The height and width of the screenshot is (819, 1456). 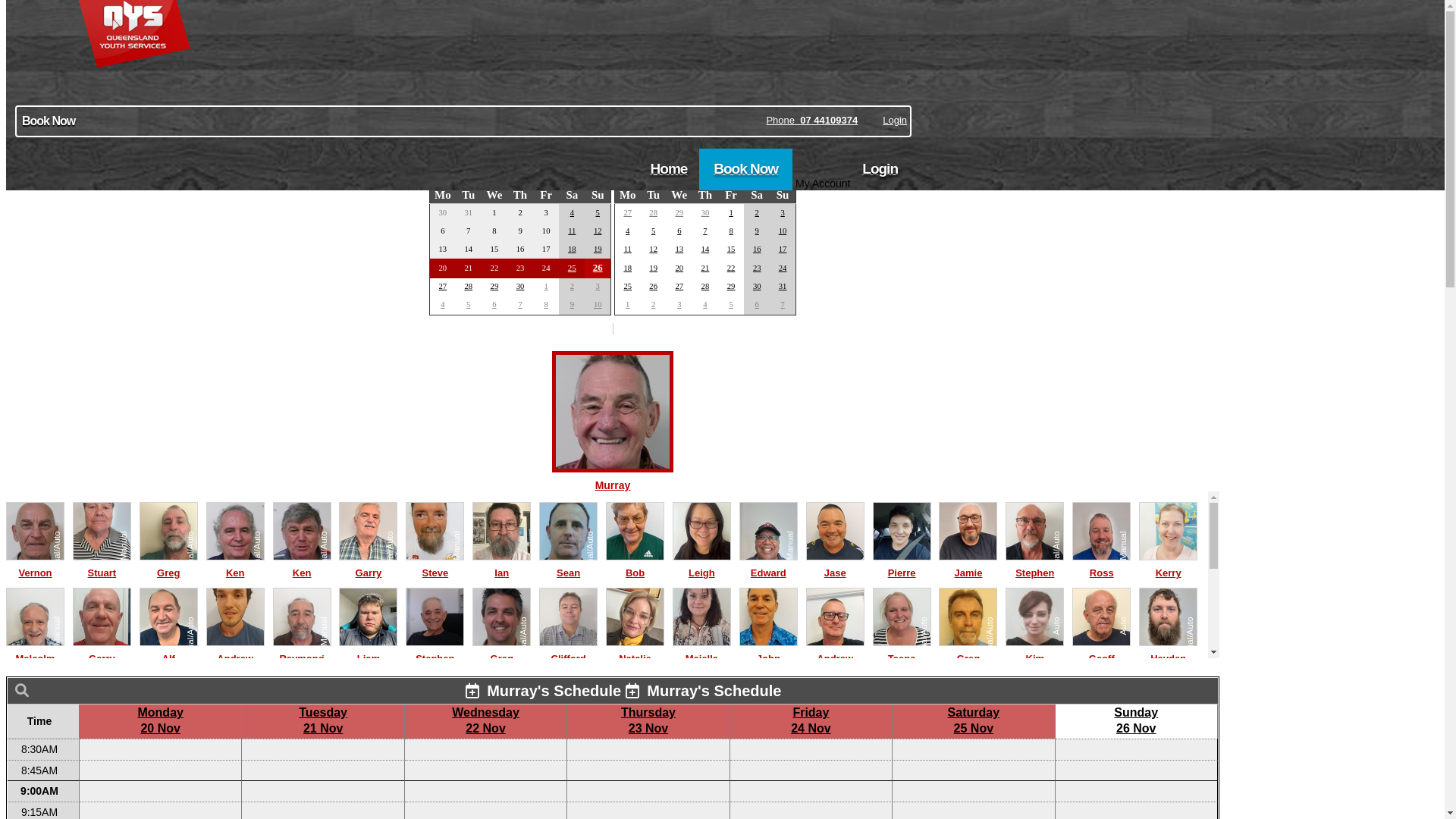 What do you see at coordinates (101, 736) in the screenshot?
I see `'Benjamin` at bounding box center [101, 736].